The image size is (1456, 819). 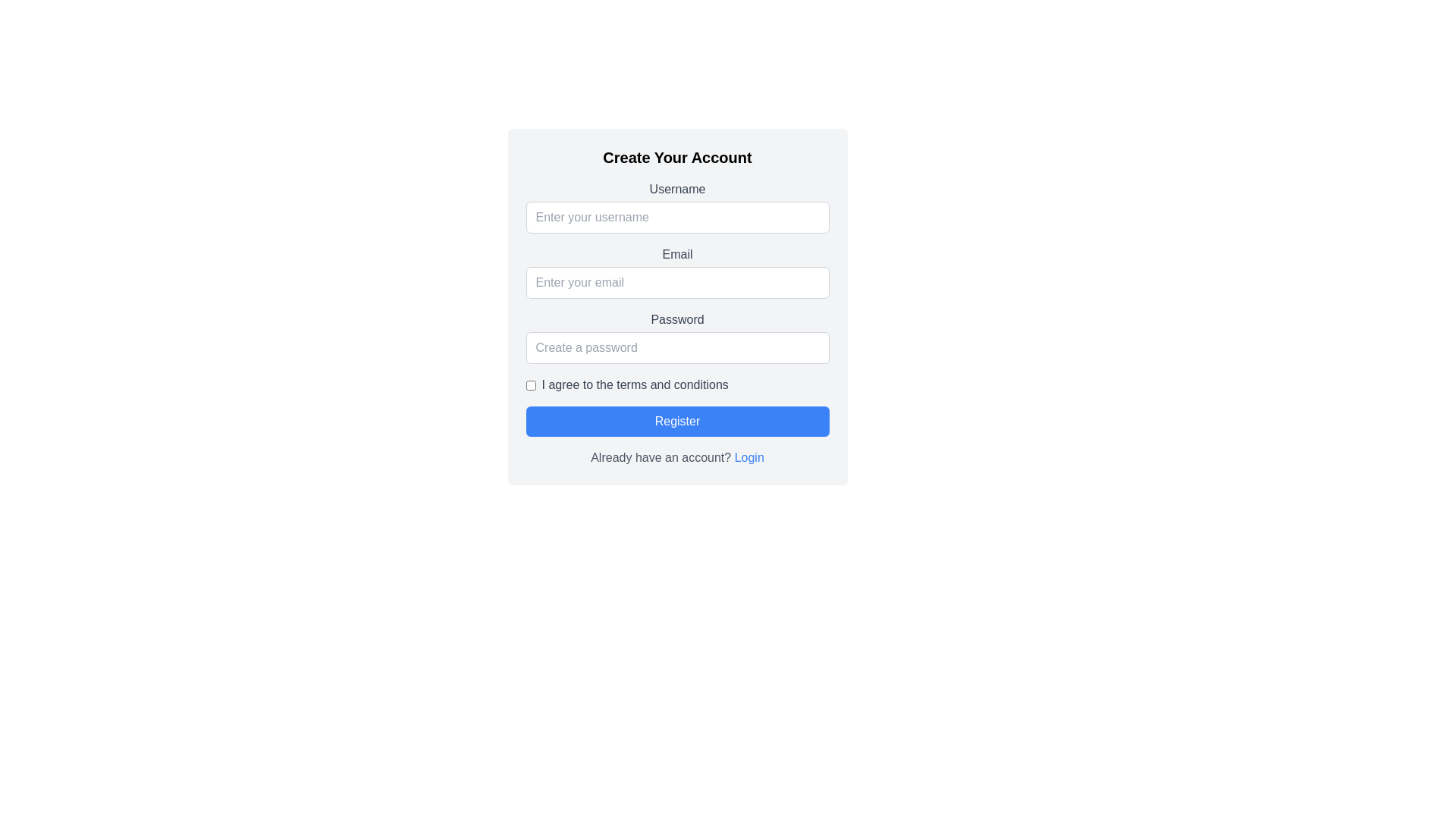 I want to click on the password input field, which is the third input field in the vertical stack within the form, so click(x=676, y=336).